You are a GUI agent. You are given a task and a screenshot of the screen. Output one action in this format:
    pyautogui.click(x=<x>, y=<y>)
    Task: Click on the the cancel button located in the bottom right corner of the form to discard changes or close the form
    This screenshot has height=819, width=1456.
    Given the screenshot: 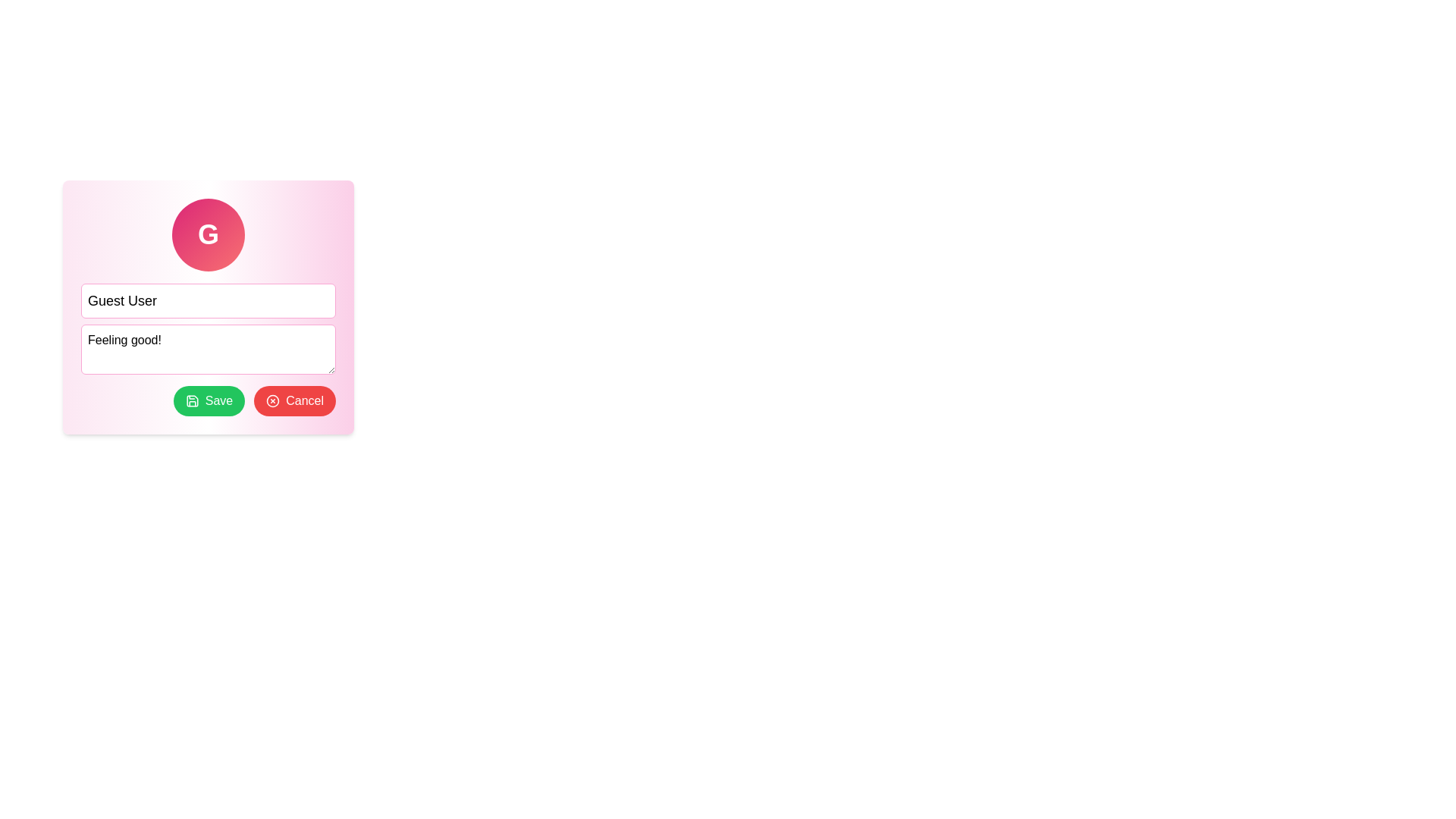 What is the action you would take?
    pyautogui.click(x=304, y=400)
    